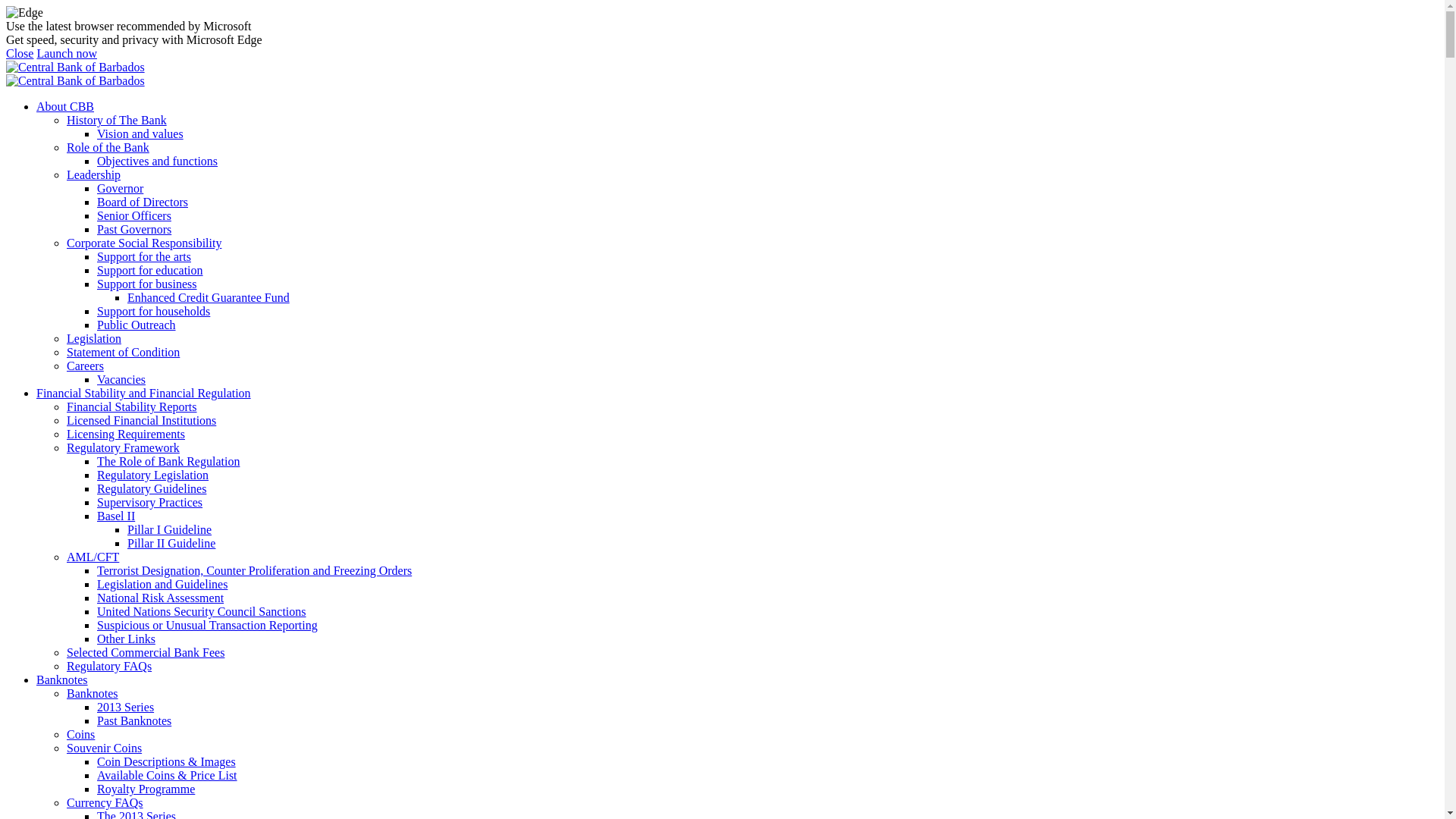  Describe the element at coordinates (131, 406) in the screenshot. I see `'Financial Stability Reports'` at that location.